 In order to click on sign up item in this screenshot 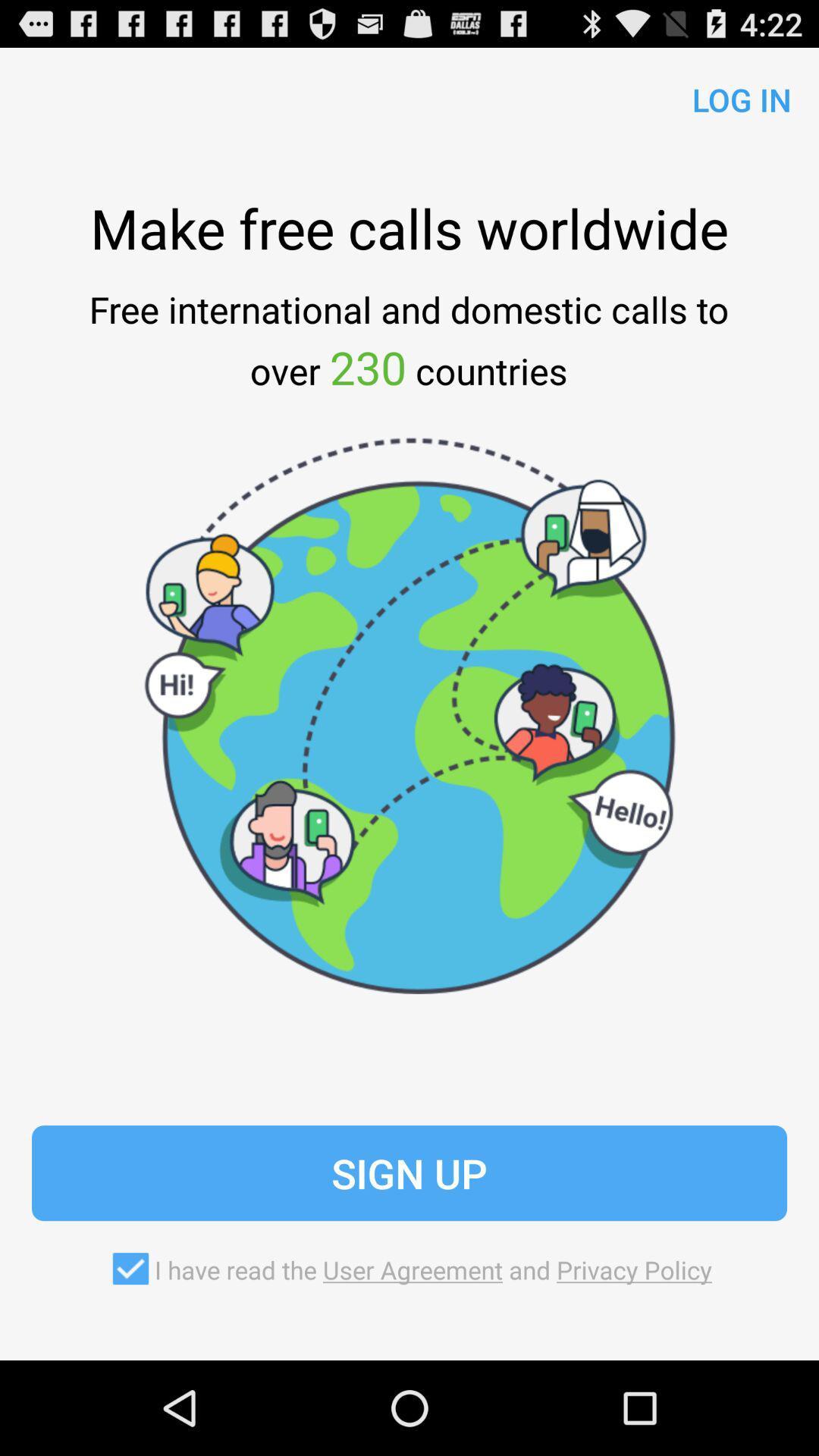, I will do `click(409, 1172)`.